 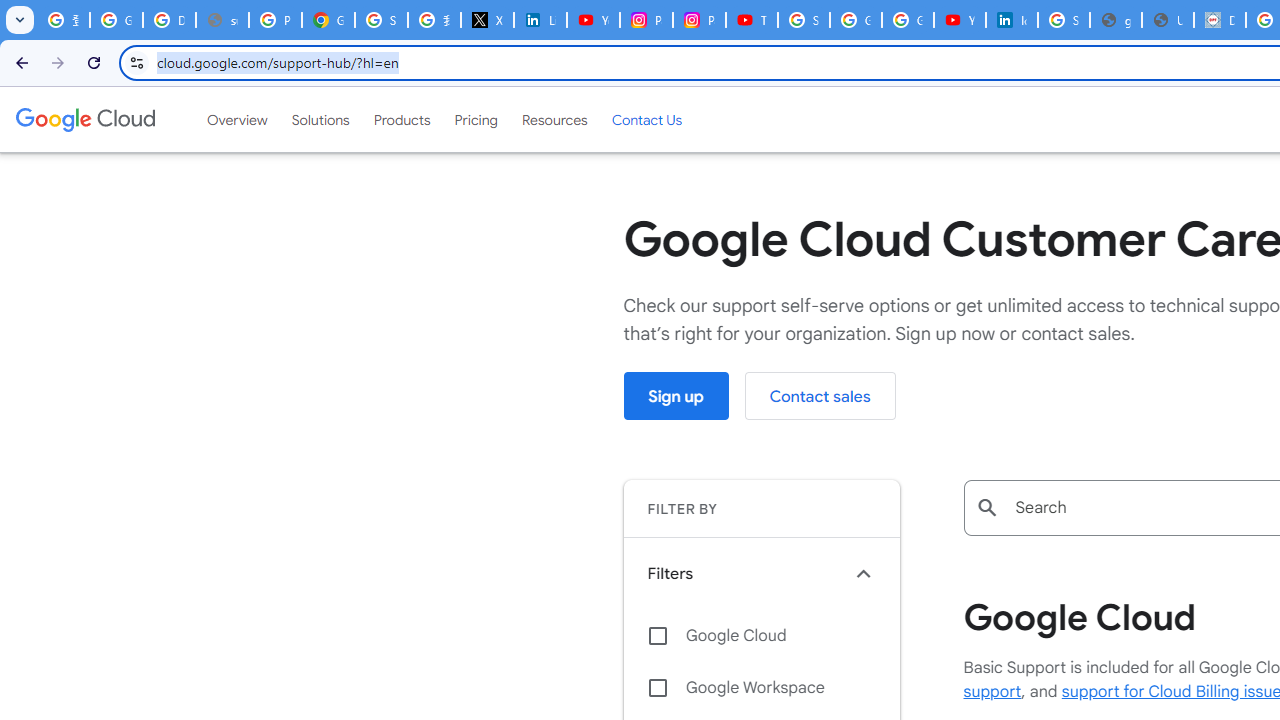 What do you see at coordinates (1218, 20) in the screenshot?
I see `'Data Privacy Framework'` at bounding box center [1218, 20].